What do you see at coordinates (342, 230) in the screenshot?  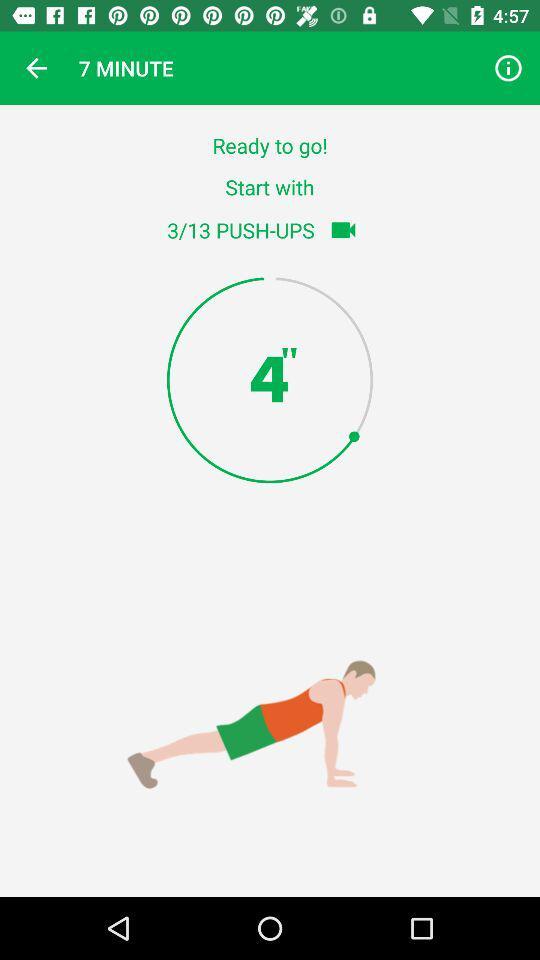 I see `the videocam icon` at bounding box center [342, 230].